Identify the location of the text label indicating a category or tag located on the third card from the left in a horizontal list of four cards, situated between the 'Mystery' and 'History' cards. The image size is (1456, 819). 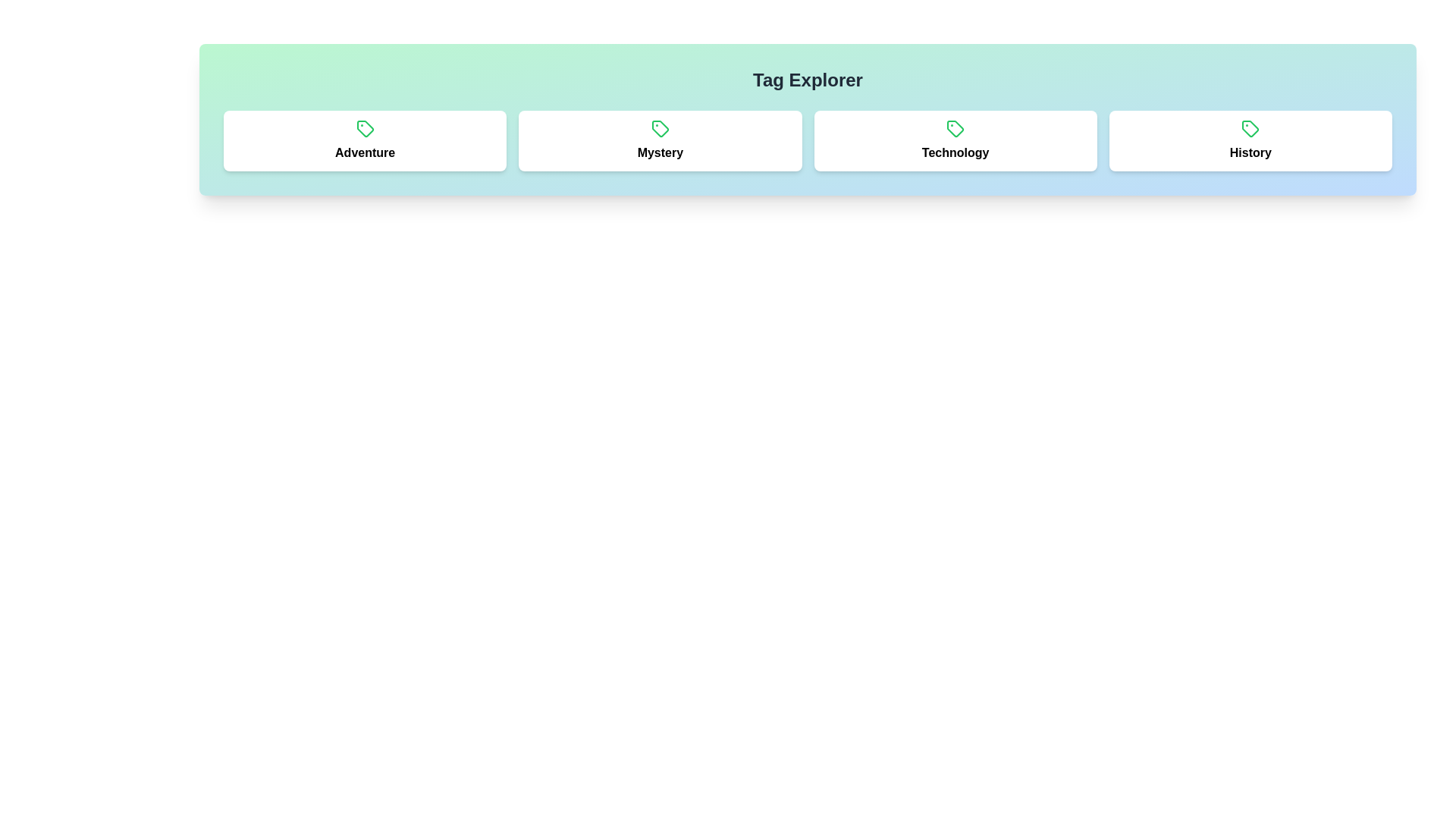
(955, 152).